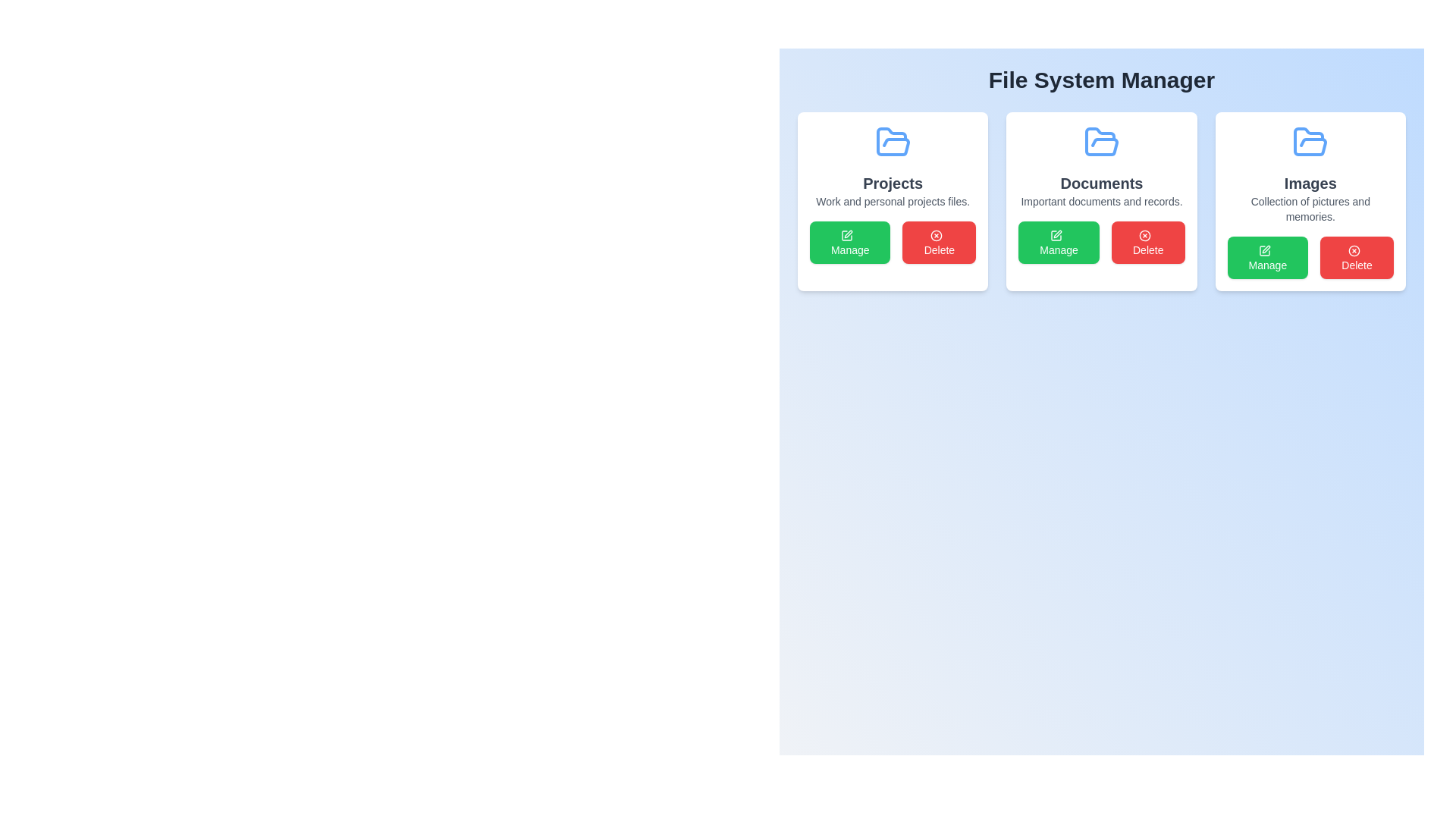 The width and height of the screenshot is (1456, 819). I want to click on the 'Delete' button, which is a rectangular button with a red background and white text, so click(1357, 256).